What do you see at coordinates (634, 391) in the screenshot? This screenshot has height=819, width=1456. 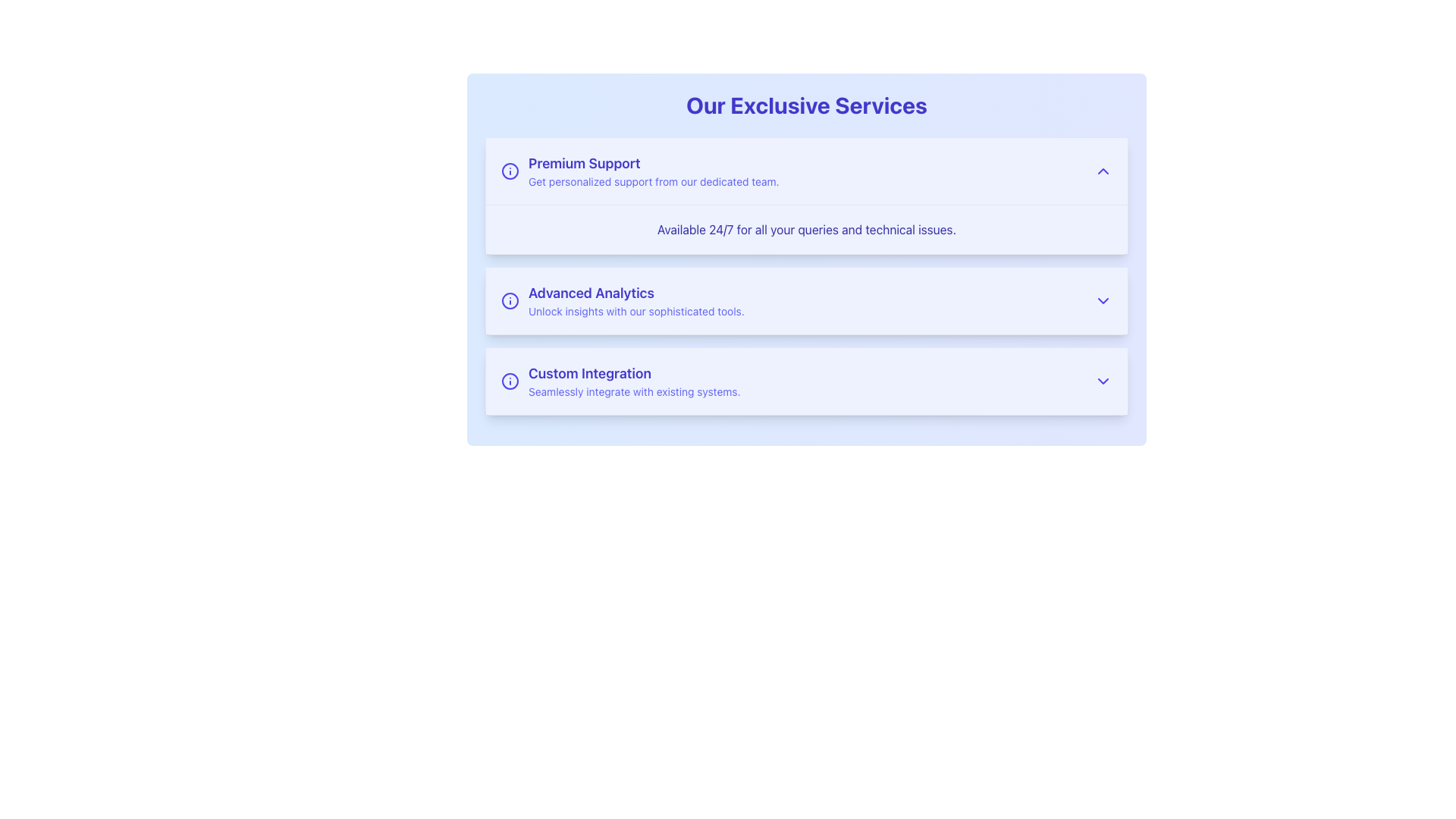 I see `text string 'Seamlessly integrate with existing systems.' which is positioned as the subtitle under the 'Custom Integration' section, styled in a small indigo font` at bounding box center [634, 391].